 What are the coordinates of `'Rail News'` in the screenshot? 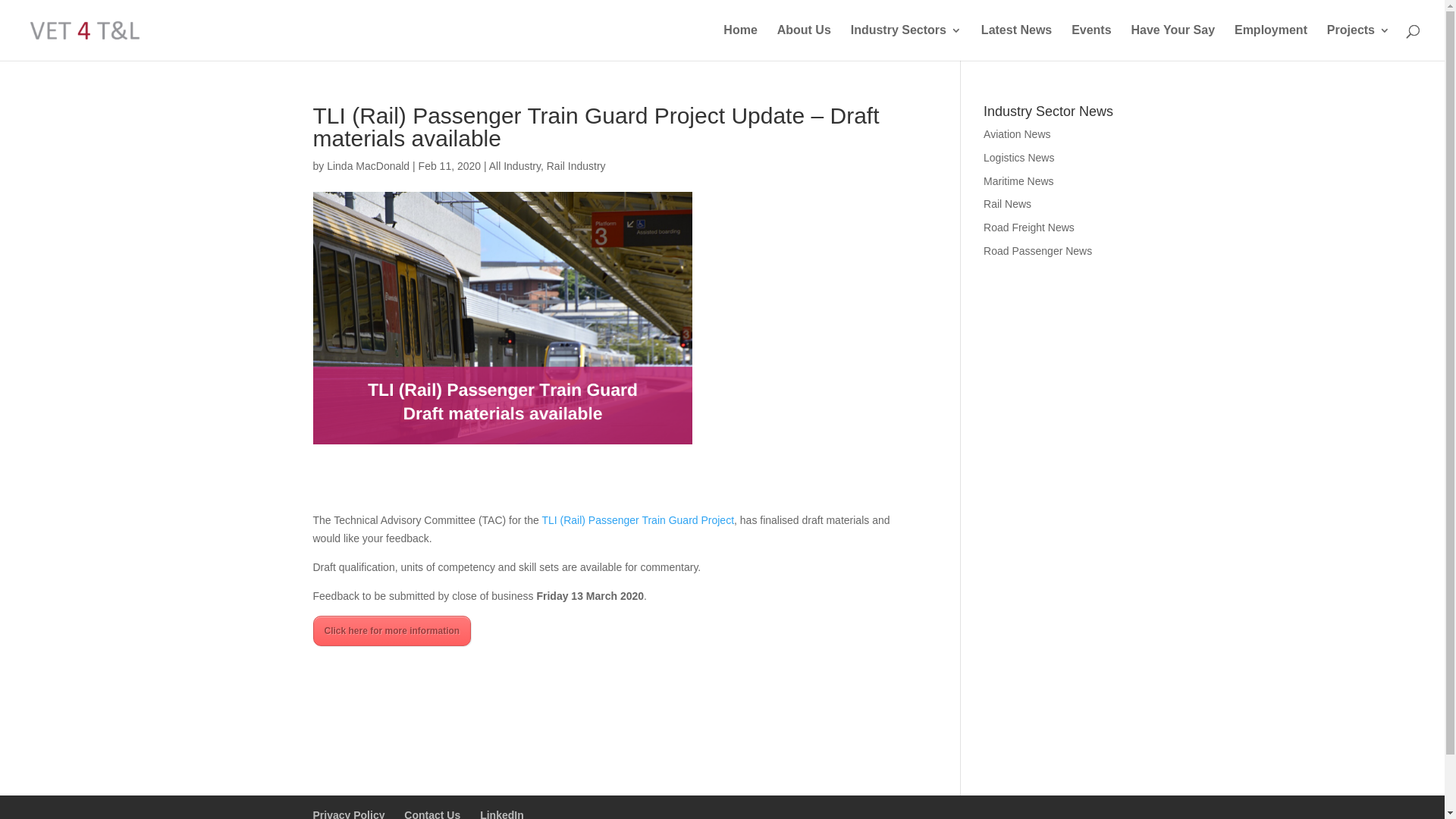 It's located at (1007, 203).